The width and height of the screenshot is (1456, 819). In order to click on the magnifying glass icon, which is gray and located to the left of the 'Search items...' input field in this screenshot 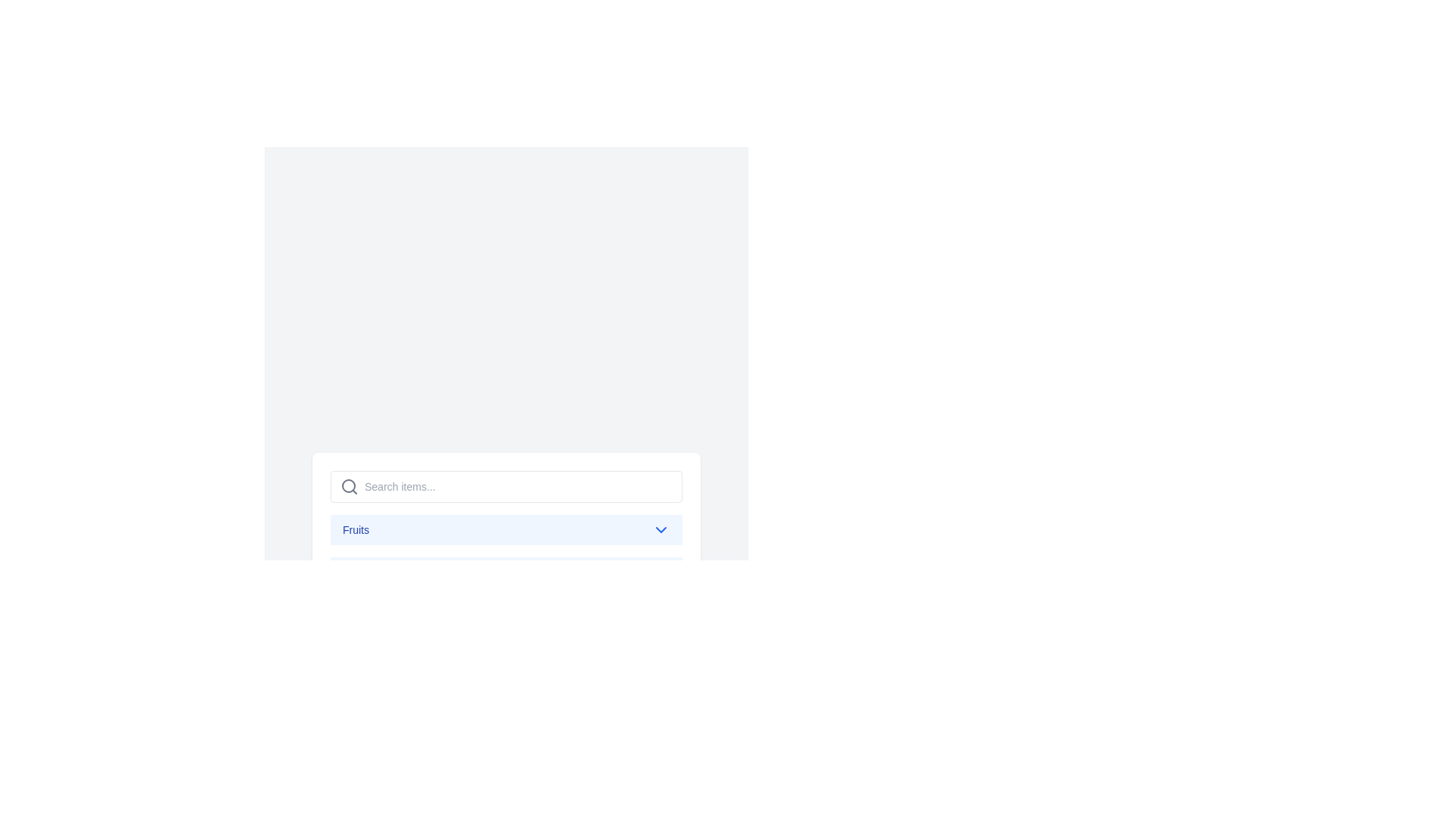, I will do `click(348, 486)`.